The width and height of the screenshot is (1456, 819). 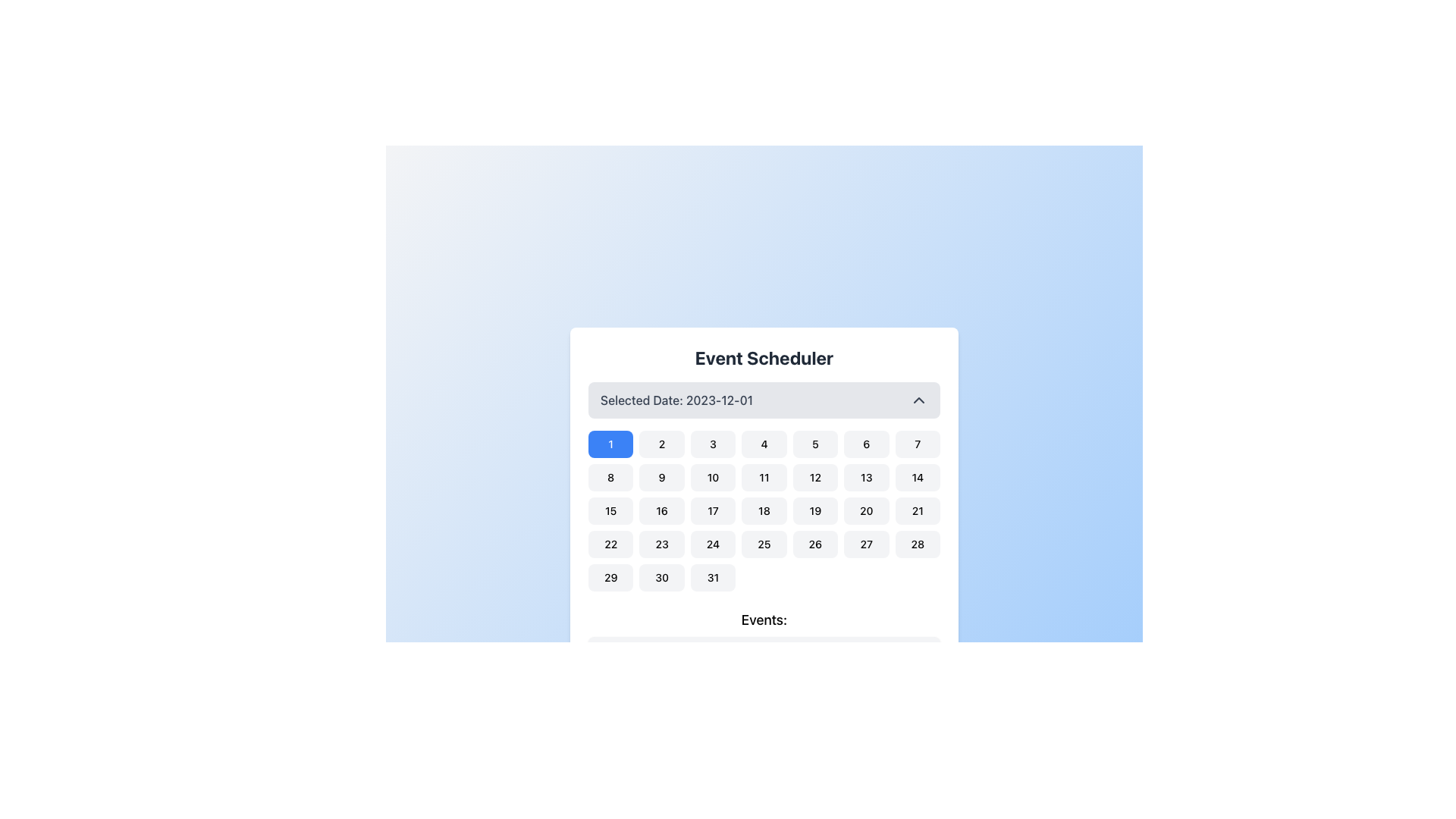 What do you see at coordinates (712, 444) in the screenshot?
I see `the button displaying the digit '3' with a light gray background and rounded corners` at bounding box center [712, 444].